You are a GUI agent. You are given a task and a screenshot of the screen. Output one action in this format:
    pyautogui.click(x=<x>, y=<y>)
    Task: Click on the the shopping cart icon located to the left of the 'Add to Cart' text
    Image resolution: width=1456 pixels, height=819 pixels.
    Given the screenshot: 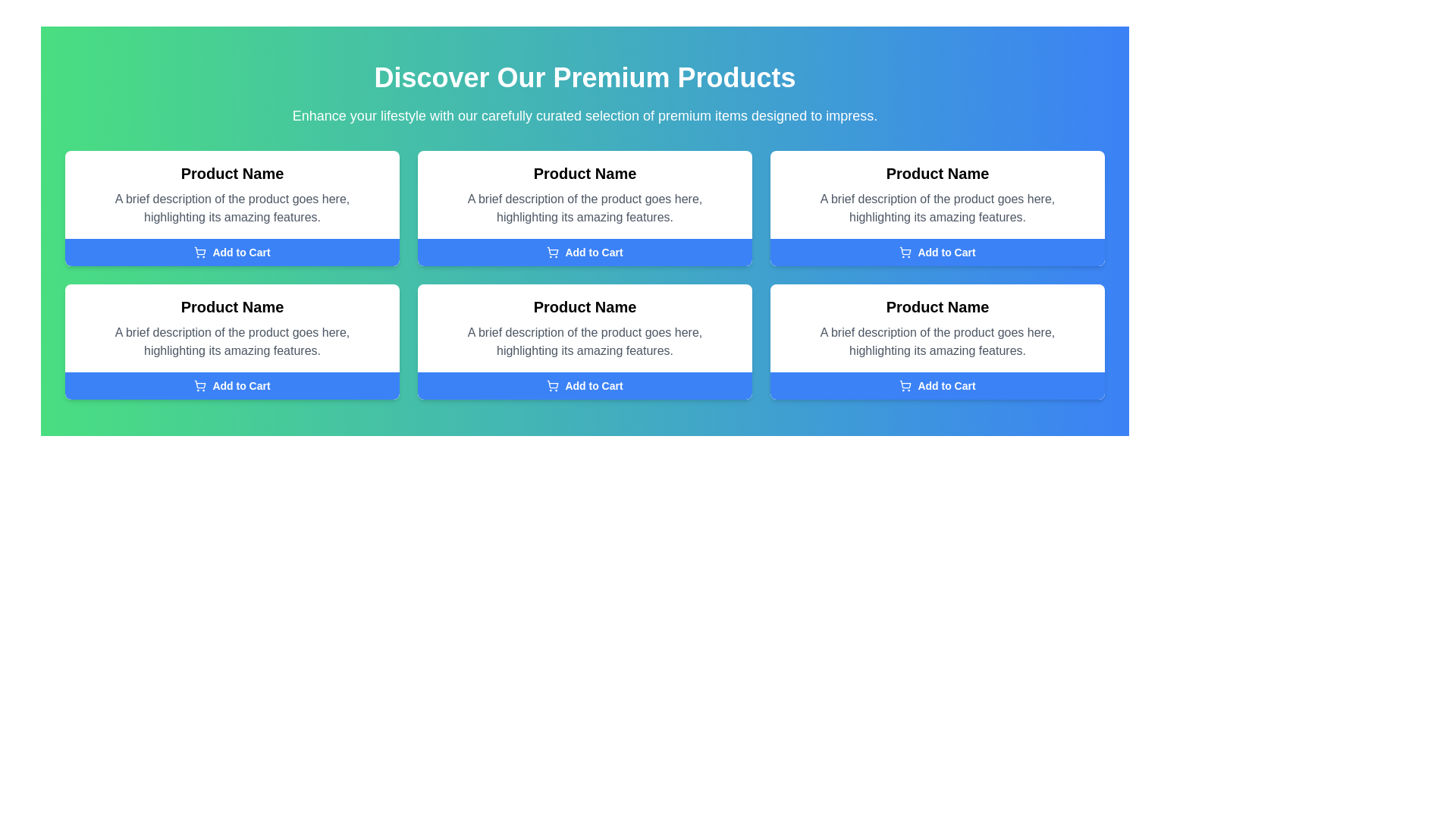 What is the action you would take?
    pyautogui.click(x=552, y=385)
    